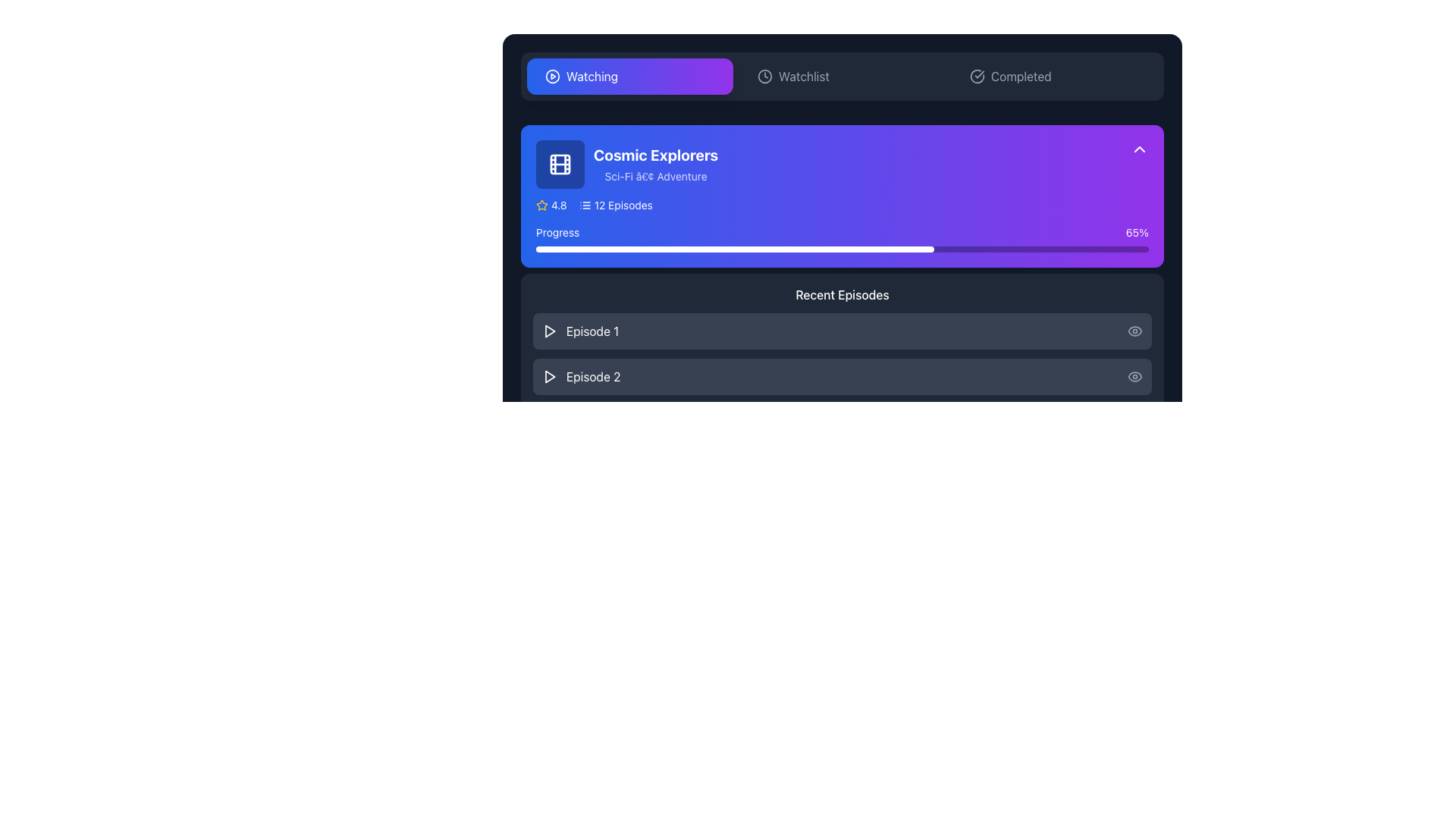  Describe the element at coordinates (841, 376) in the screenshot. I see `the second episode item in the 'Recent Episodes' list, which is located below 'Episode 1' and above 'Episode 3'` at that location.